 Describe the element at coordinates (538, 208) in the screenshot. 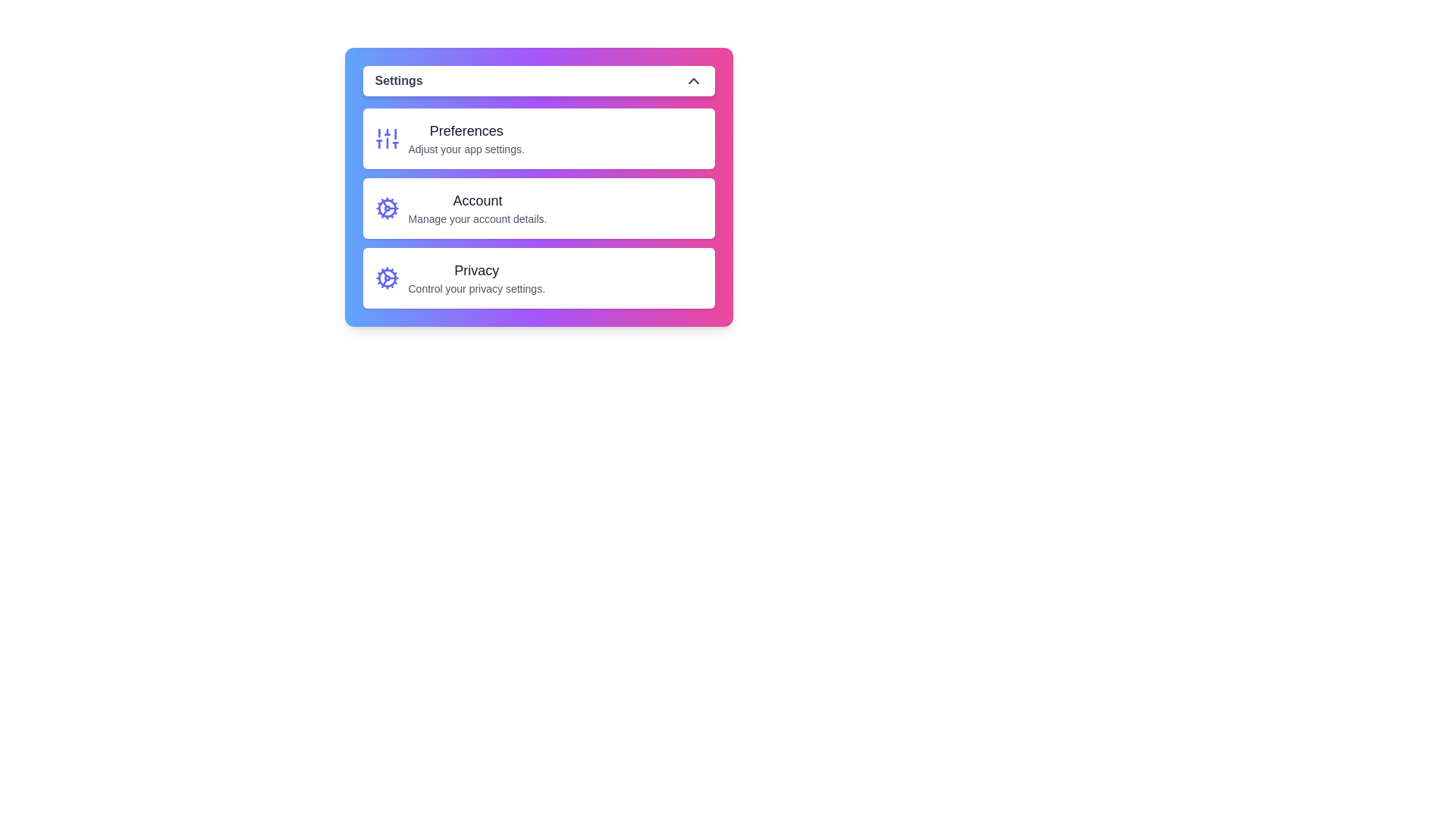

I see `the Account option from the settings menu` at that location.